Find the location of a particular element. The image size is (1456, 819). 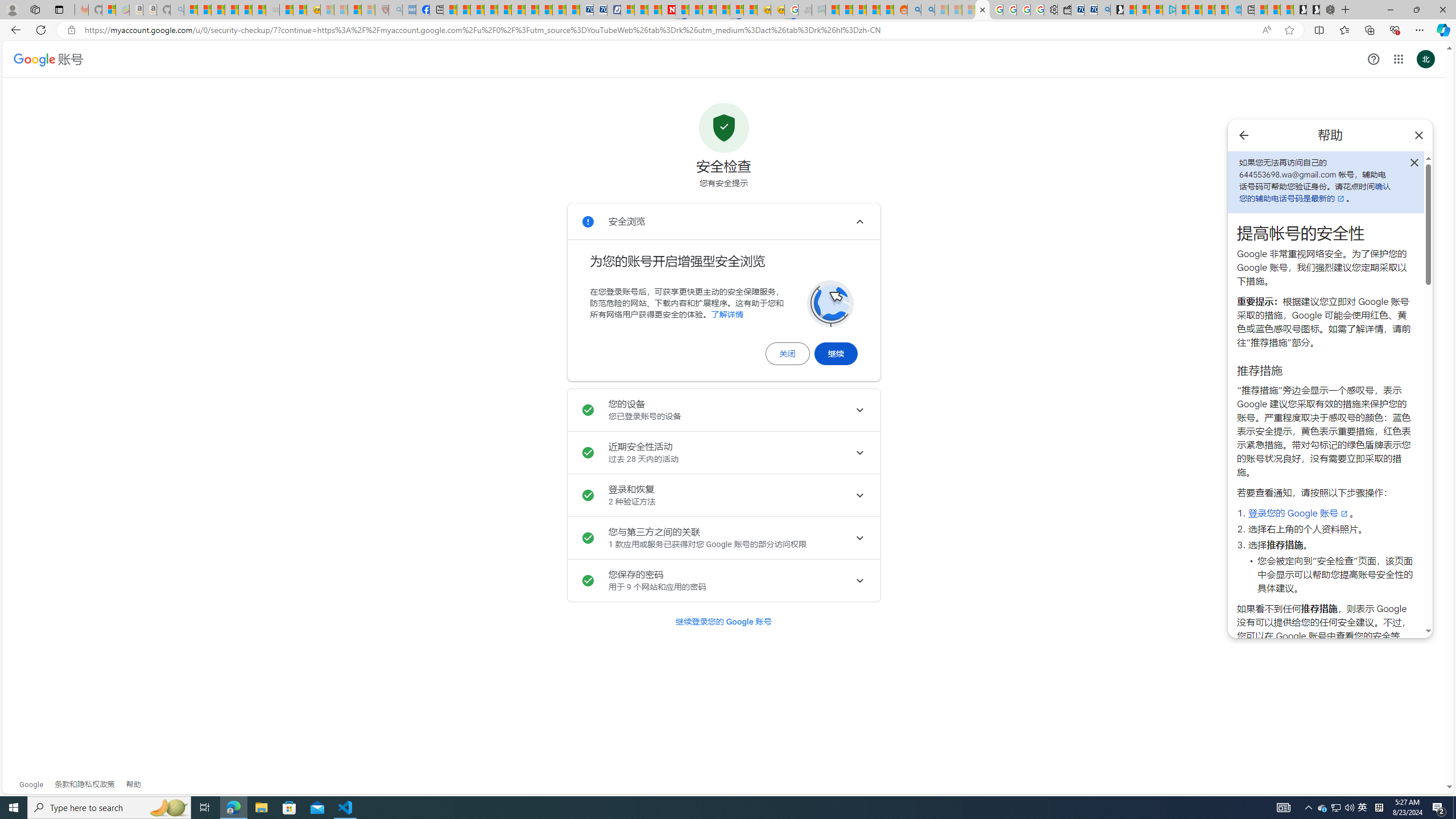

'Combat Siege - Sleeping' is located at coordinates (271, 9).